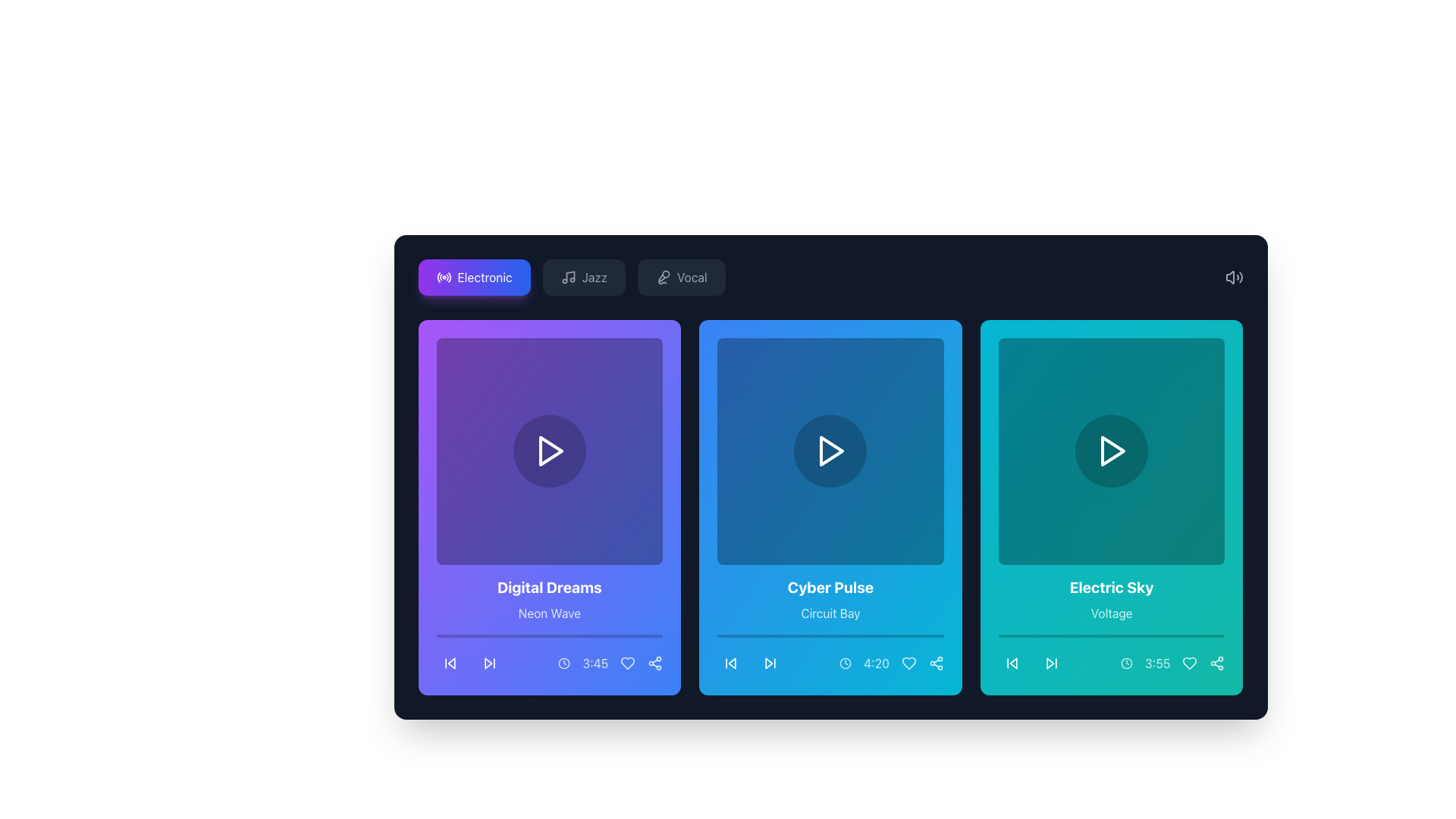  Describe the element at coordinates (610, 662) in the screenshot. I see `the Text label displaying the duration of the audio content in the 'Digital Dreams' section, located between the clock icon and the outlined heart icon` at that location.